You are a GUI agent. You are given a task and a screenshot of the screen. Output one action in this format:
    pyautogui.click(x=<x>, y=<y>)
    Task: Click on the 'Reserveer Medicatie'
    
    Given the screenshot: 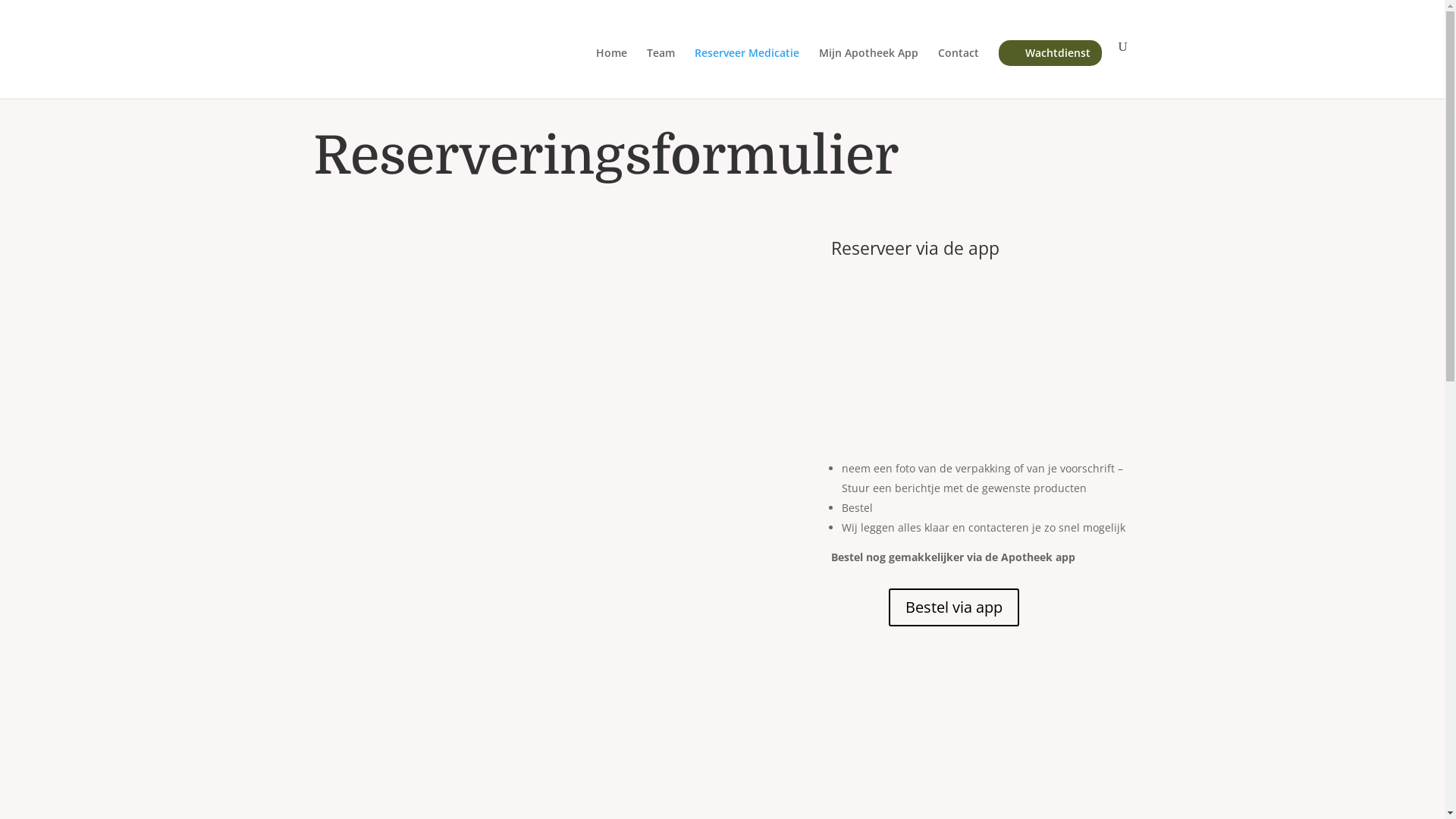 What is the action you would take?
    pyautogui.click(x=694, y=73)
    